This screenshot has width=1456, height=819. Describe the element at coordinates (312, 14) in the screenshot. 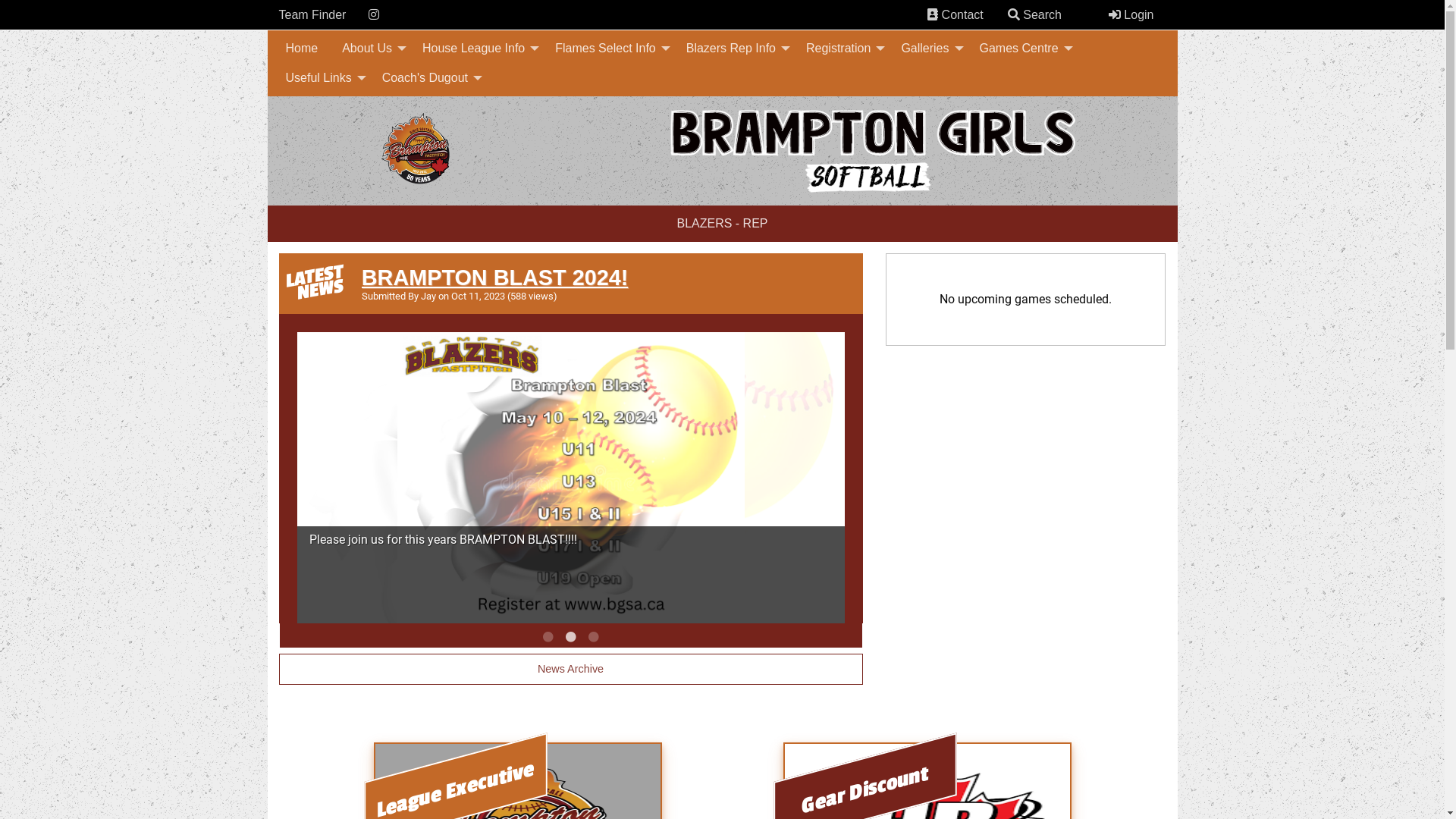

I see `'Team Finder'` at that location.